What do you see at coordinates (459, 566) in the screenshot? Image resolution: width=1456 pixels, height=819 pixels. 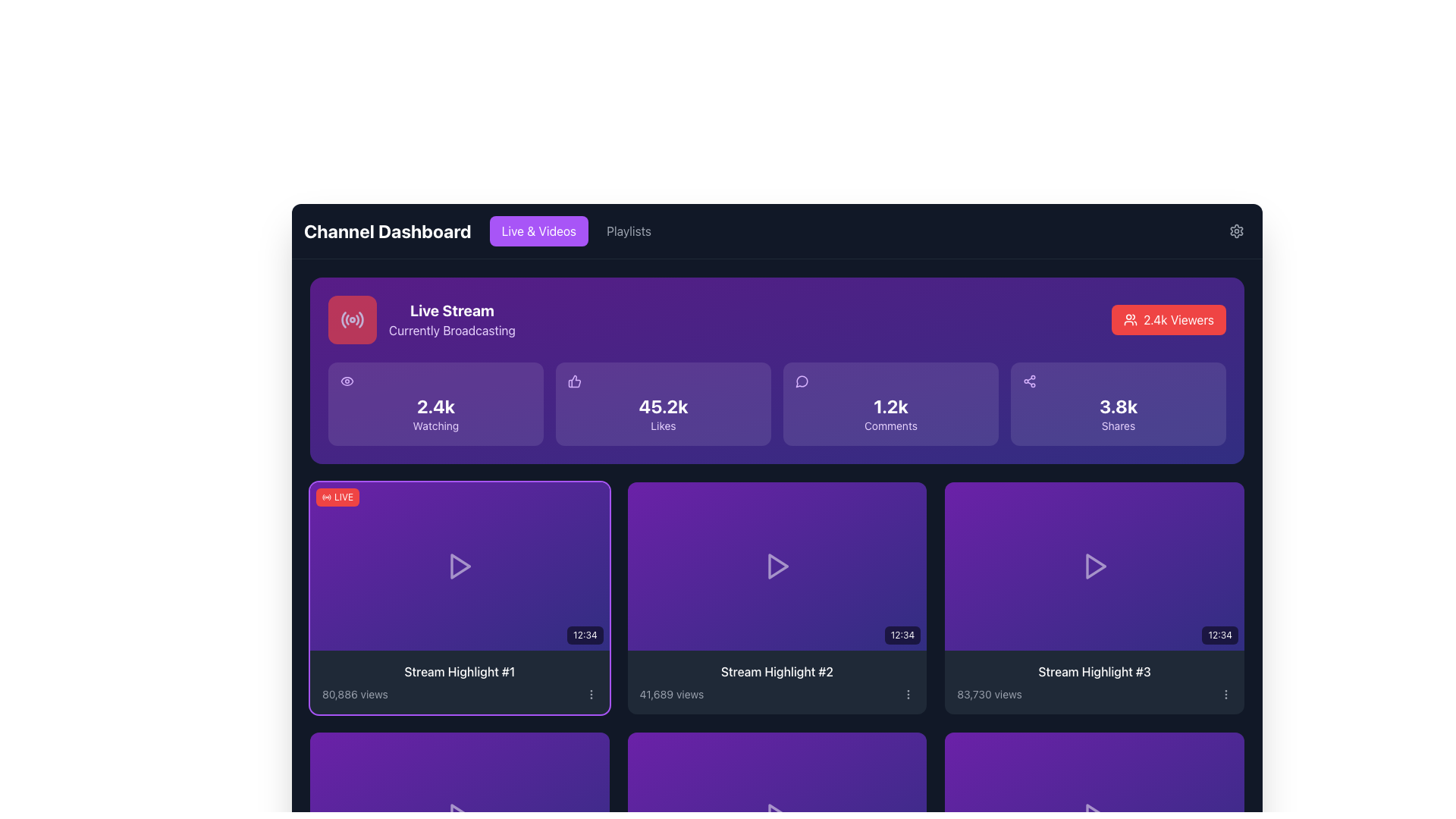 I see `the media play button icon located at the center of the card titled 'Stream Highlight #1' to play the stream` at bounding box center [459, 566].